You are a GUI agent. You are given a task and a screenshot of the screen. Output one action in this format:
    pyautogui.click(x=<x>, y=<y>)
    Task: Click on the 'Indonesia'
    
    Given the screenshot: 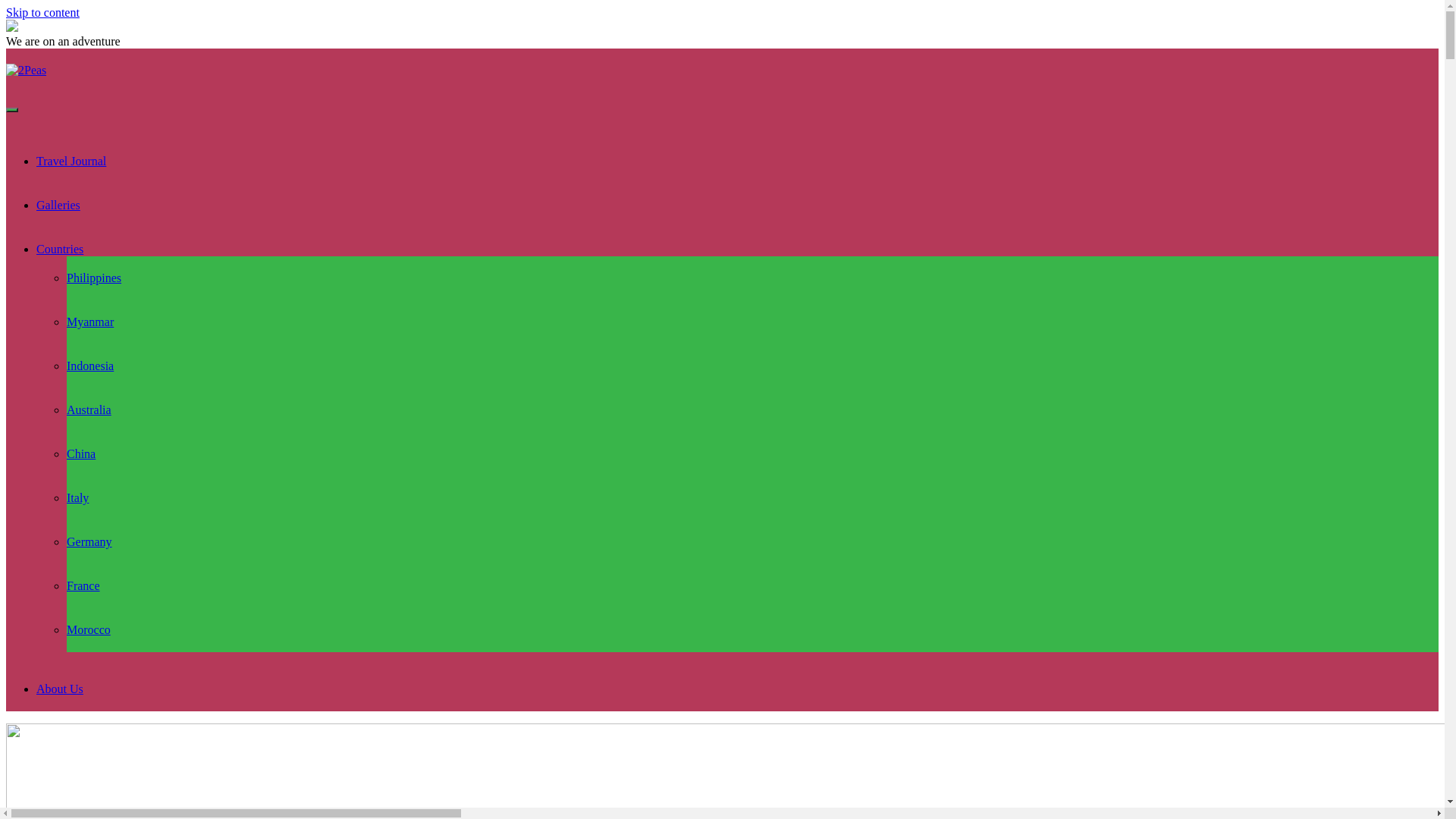 What is the action you would take?
    pyautogui.click(x=89, y=366)
    